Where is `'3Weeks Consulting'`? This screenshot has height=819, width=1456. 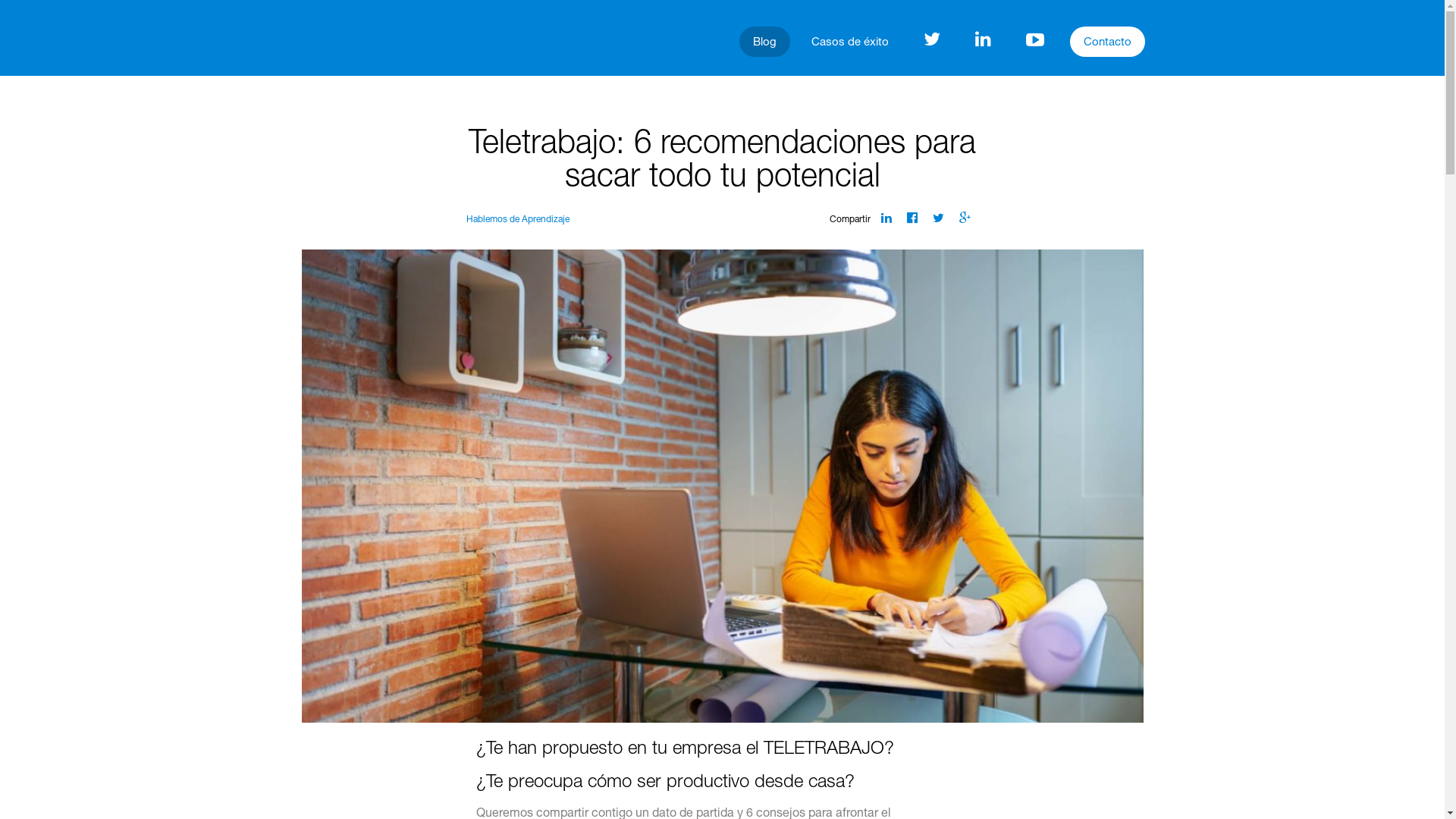 '3Weeks Consulting' is located at coordinates (340, 37).